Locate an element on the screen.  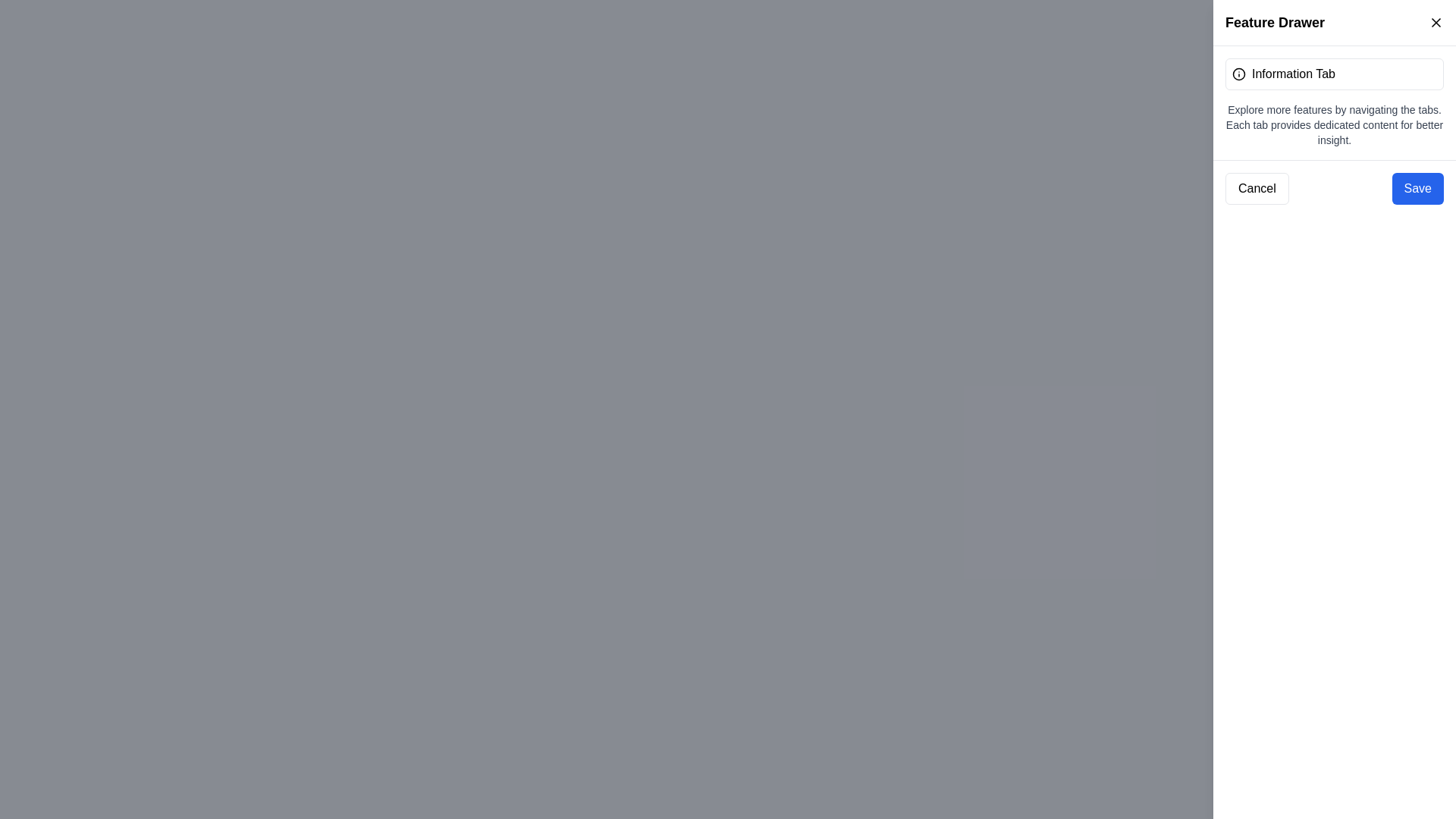
the 'X' icon button in the top-right corner of the 'Feature Drawer' panel is located at coordinates (1436, 23).